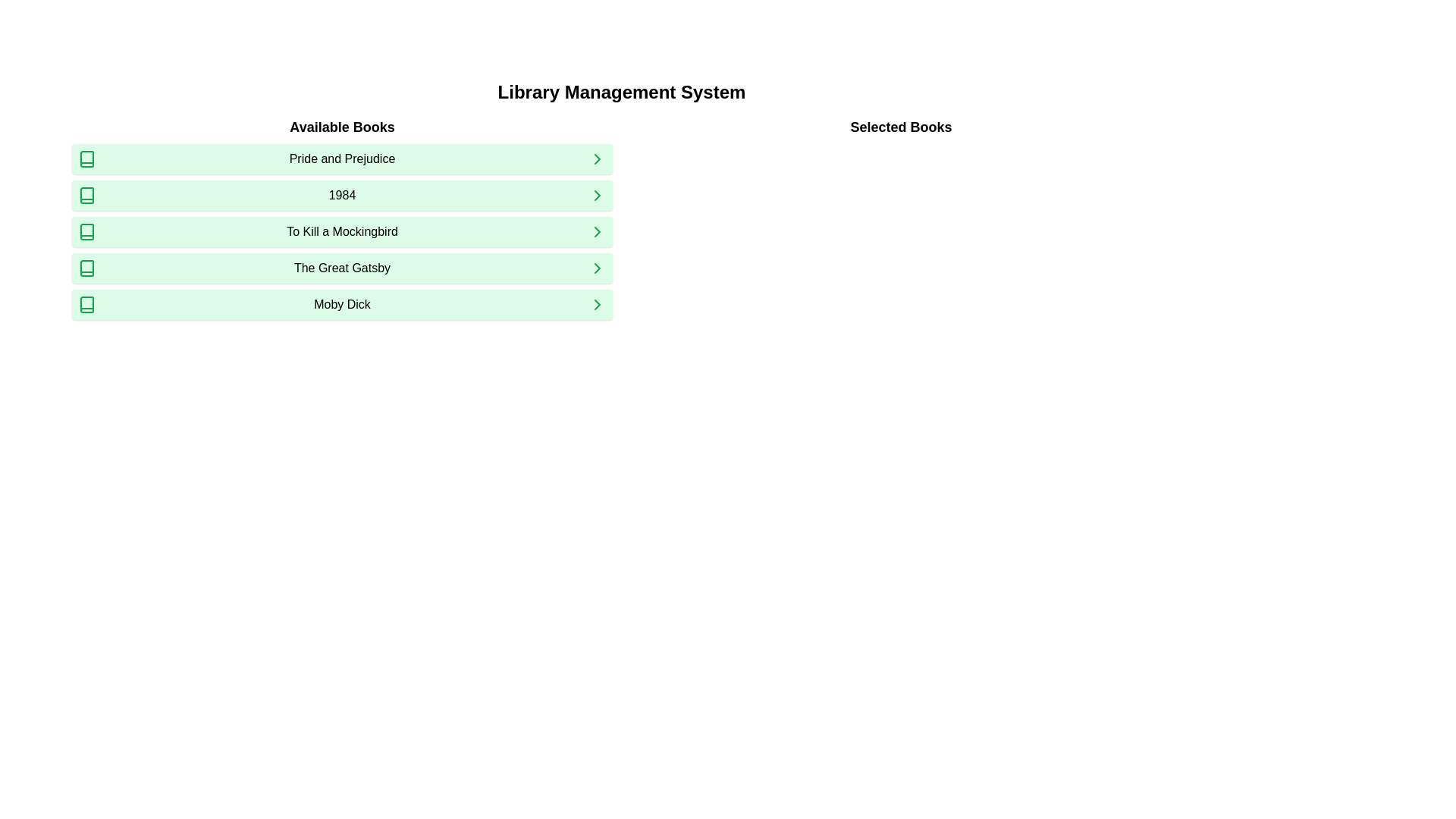  I want to click on the book icon for 'To Kill a Mockingbird', so click(86, 231).